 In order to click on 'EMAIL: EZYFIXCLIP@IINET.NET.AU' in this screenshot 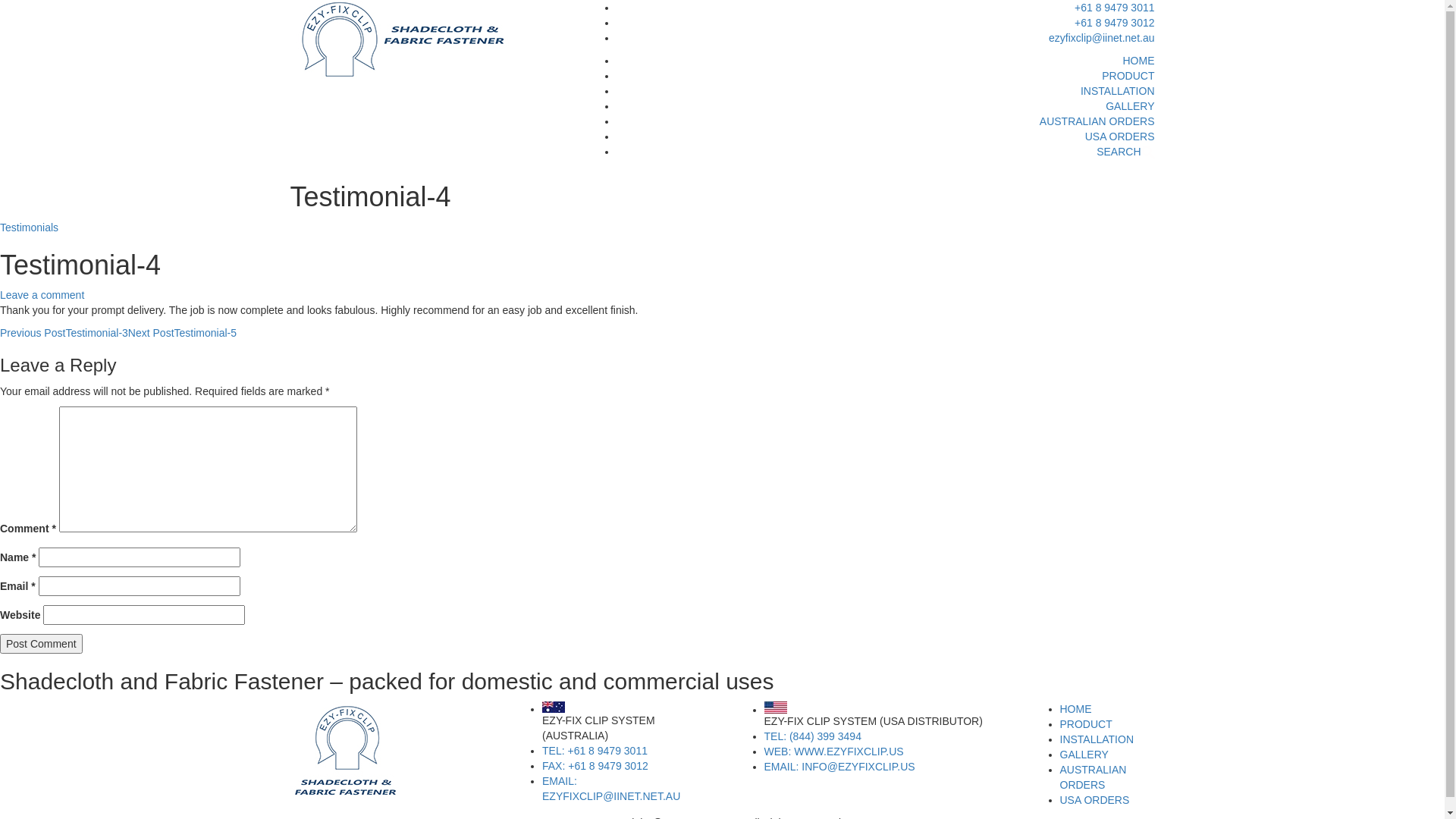, I will do `click(611, 788)`.